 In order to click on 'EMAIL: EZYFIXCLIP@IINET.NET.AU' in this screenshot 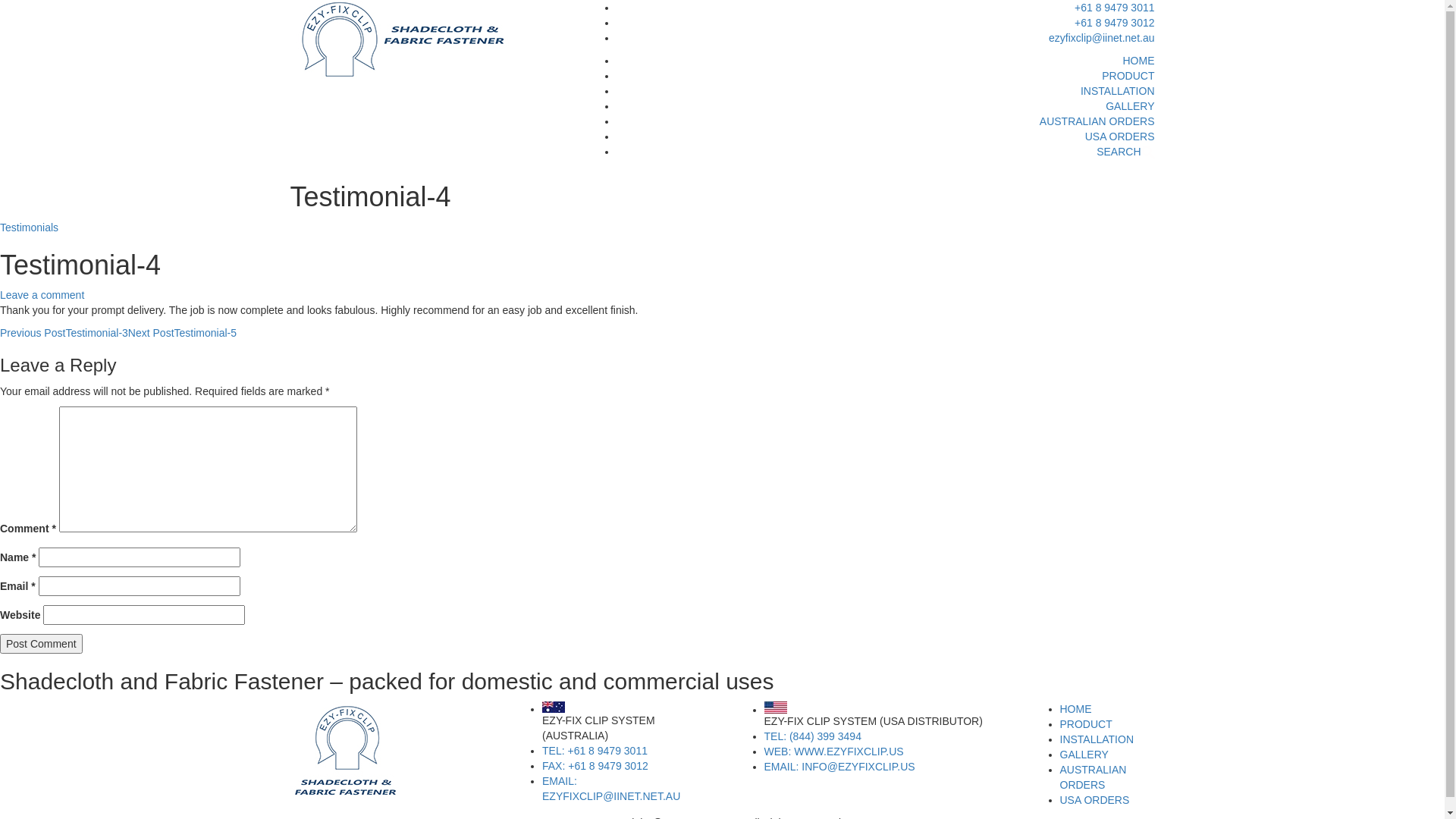, I will do `click(611, 788)`.